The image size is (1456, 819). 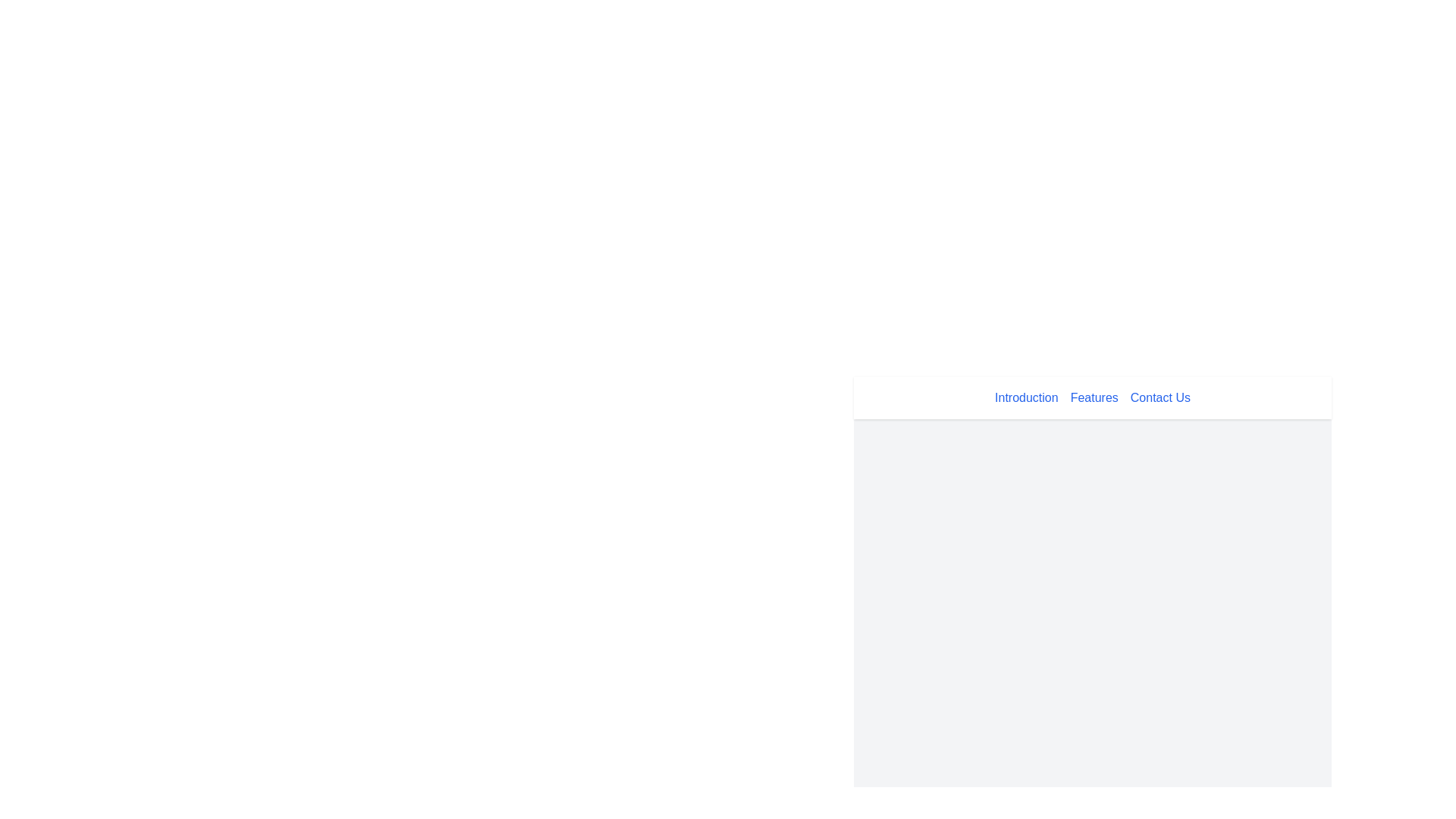 I want to click on the 'Introduction' hyperlink text located in the horizontal navigation bar, so click(x=1026, y=397).